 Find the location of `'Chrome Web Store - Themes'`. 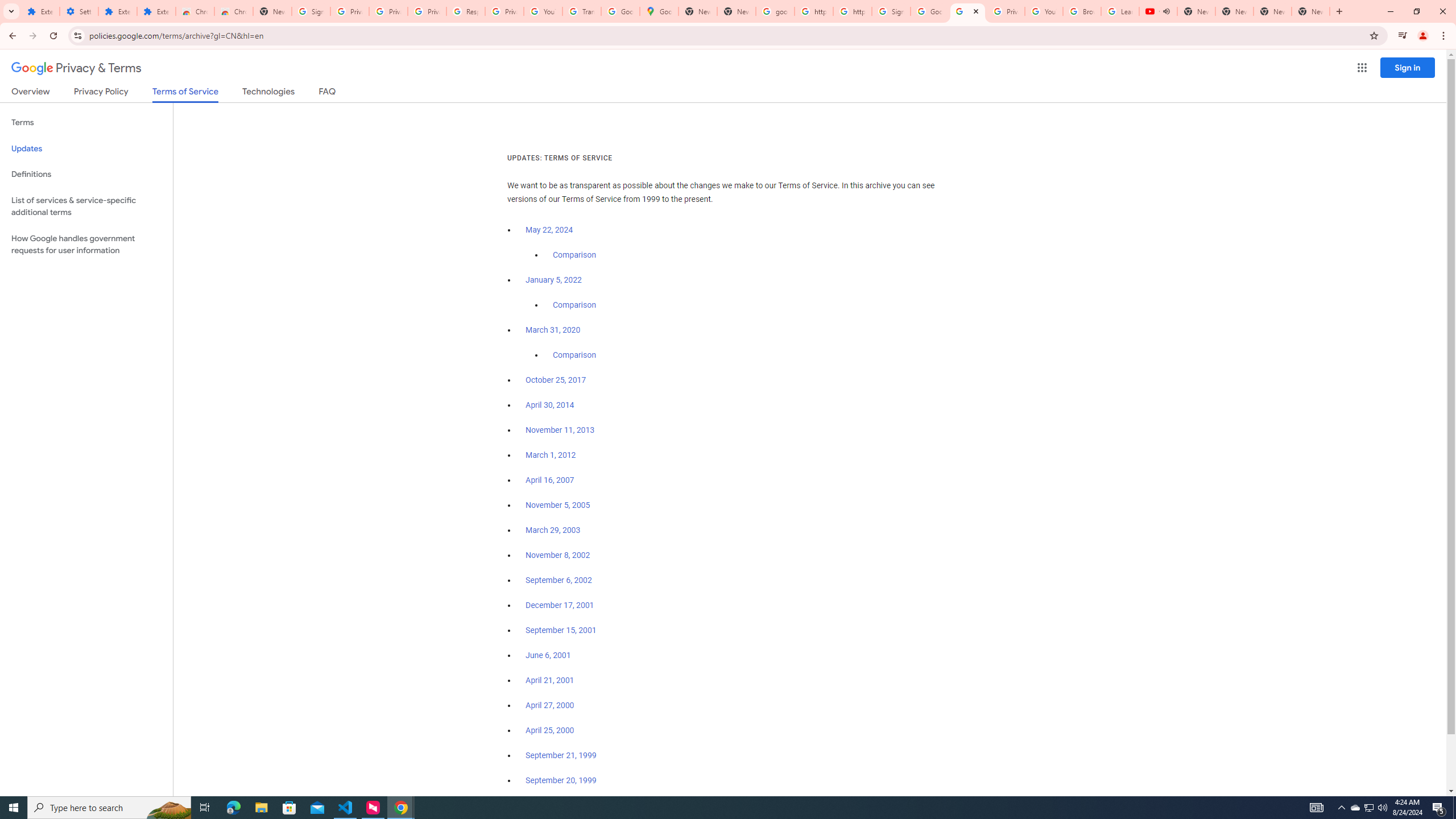

'Chrome Web Store - Themes' is located at coordinates (233, 11).